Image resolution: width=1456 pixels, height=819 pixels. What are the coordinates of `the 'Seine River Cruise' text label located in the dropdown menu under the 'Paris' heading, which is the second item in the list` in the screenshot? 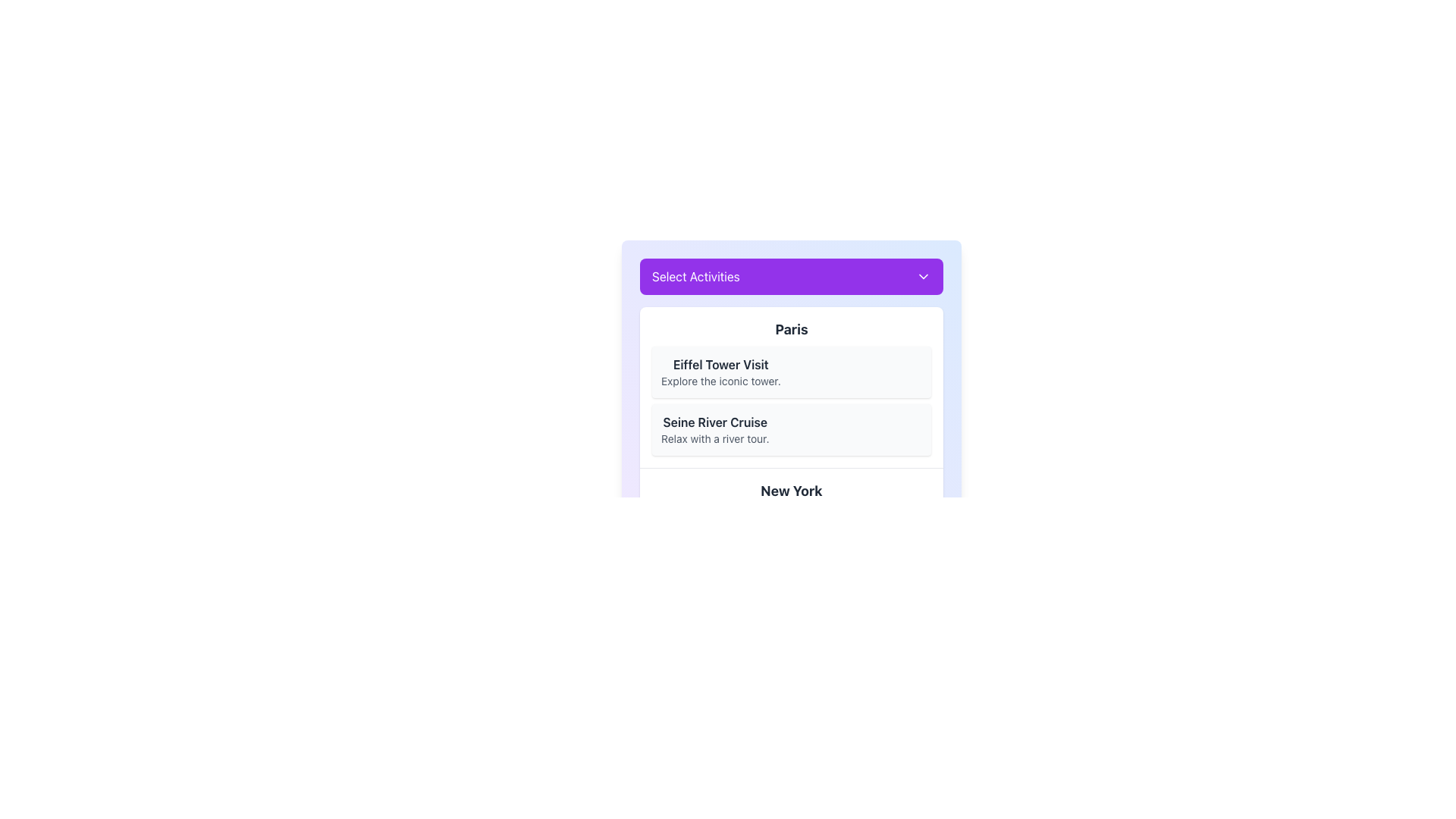 It's located at (714, 430).